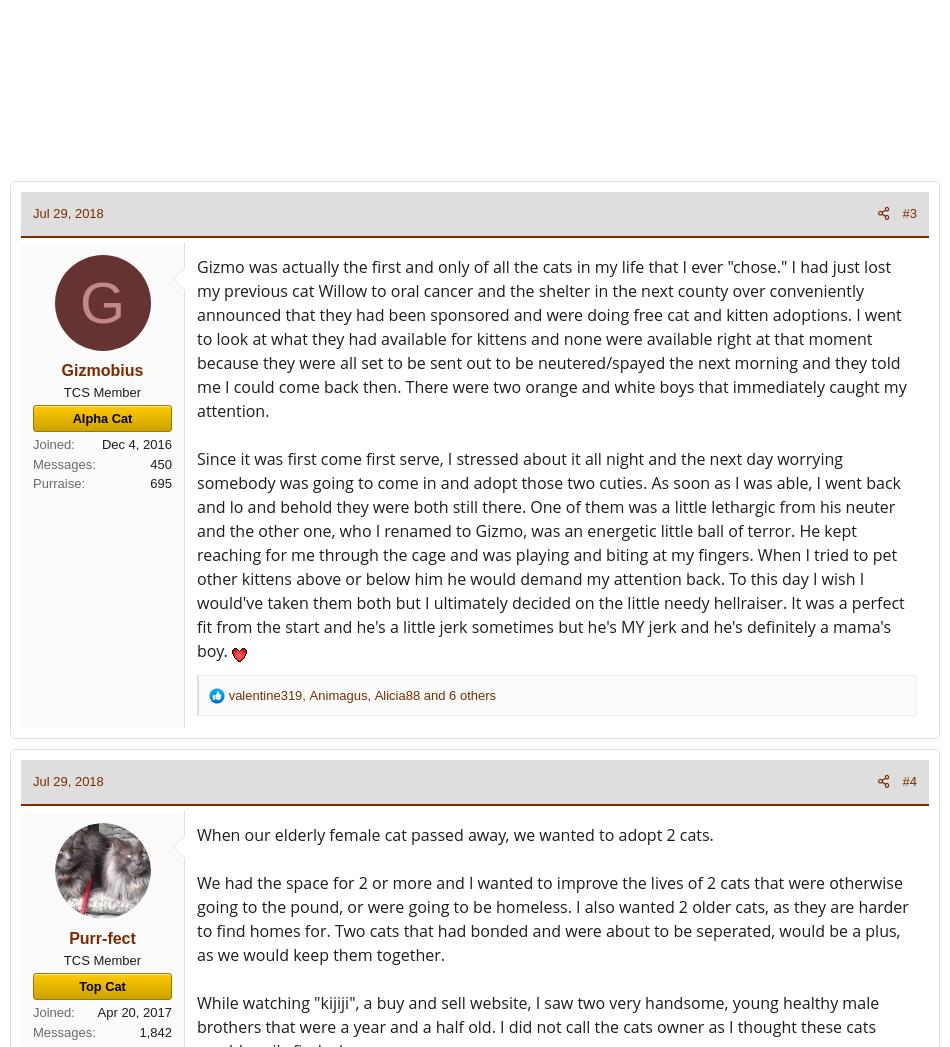 The width and height of the screenshot is (950, 1047). What do you see at coordinates (102, 985) in the screenshot?
I see `'Top Cat'` at bounding box center [102, 985].